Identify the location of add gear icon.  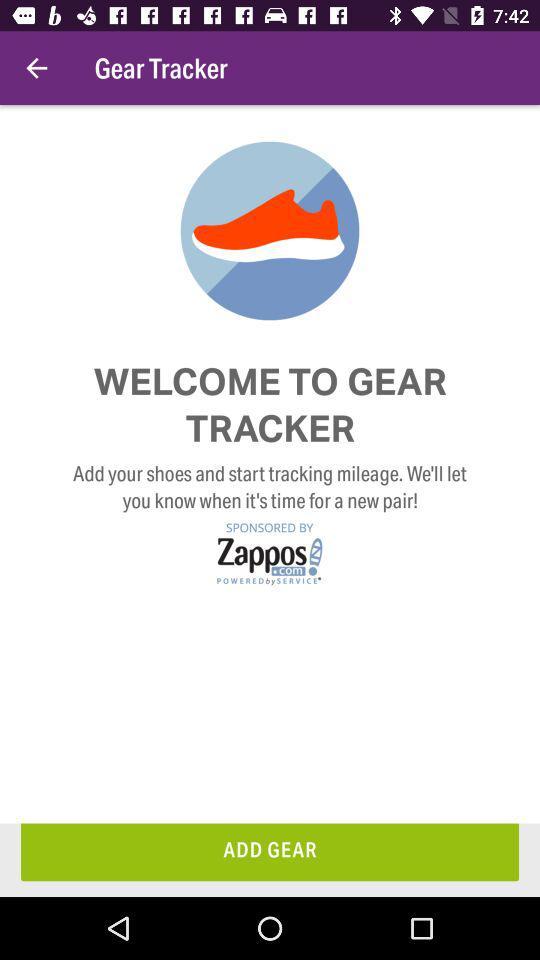
(270, 851).